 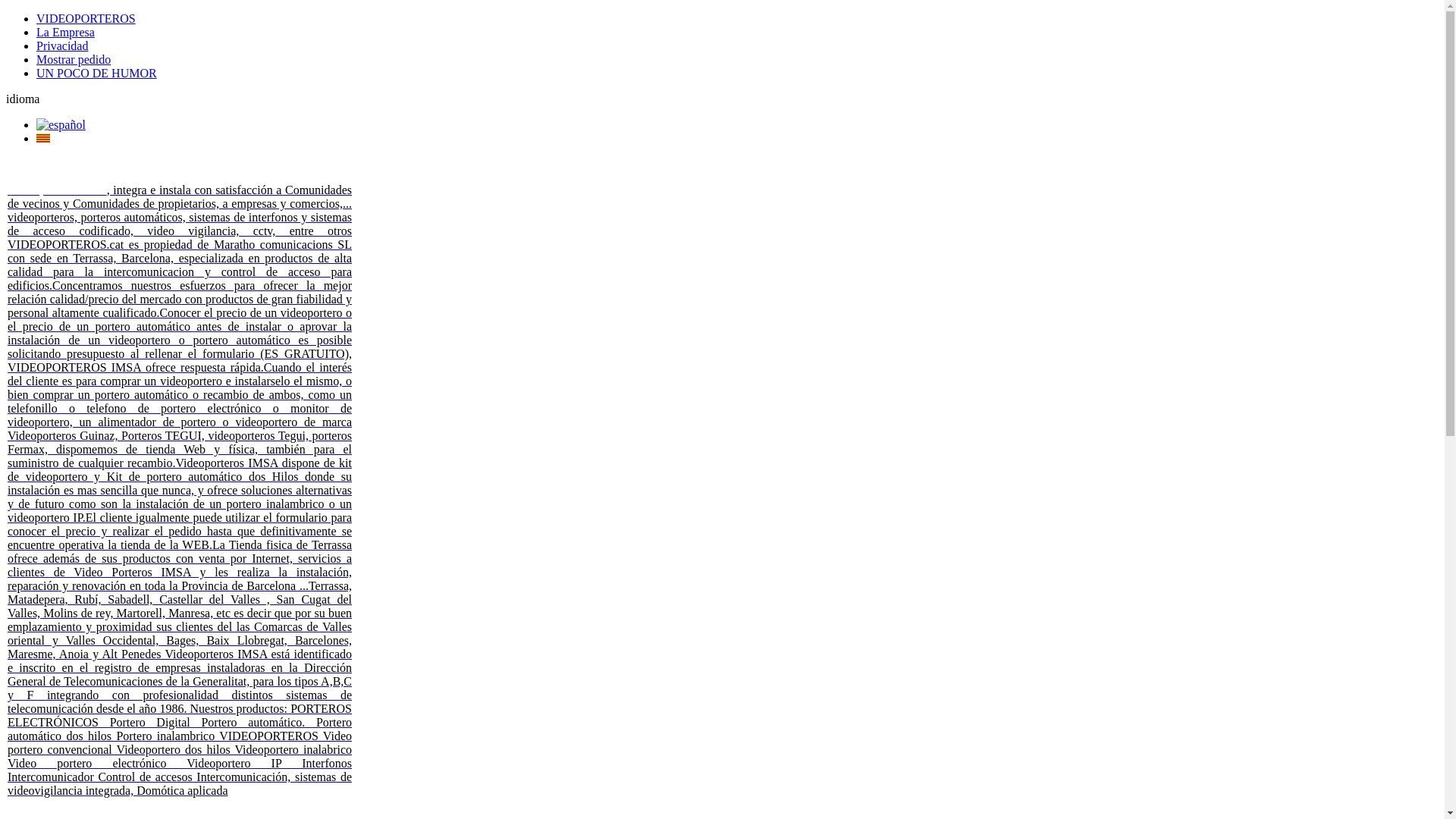 What do you see at coordinates (9, 189) in the screenshot?
I see `' '` at bounding box center [9, 189].